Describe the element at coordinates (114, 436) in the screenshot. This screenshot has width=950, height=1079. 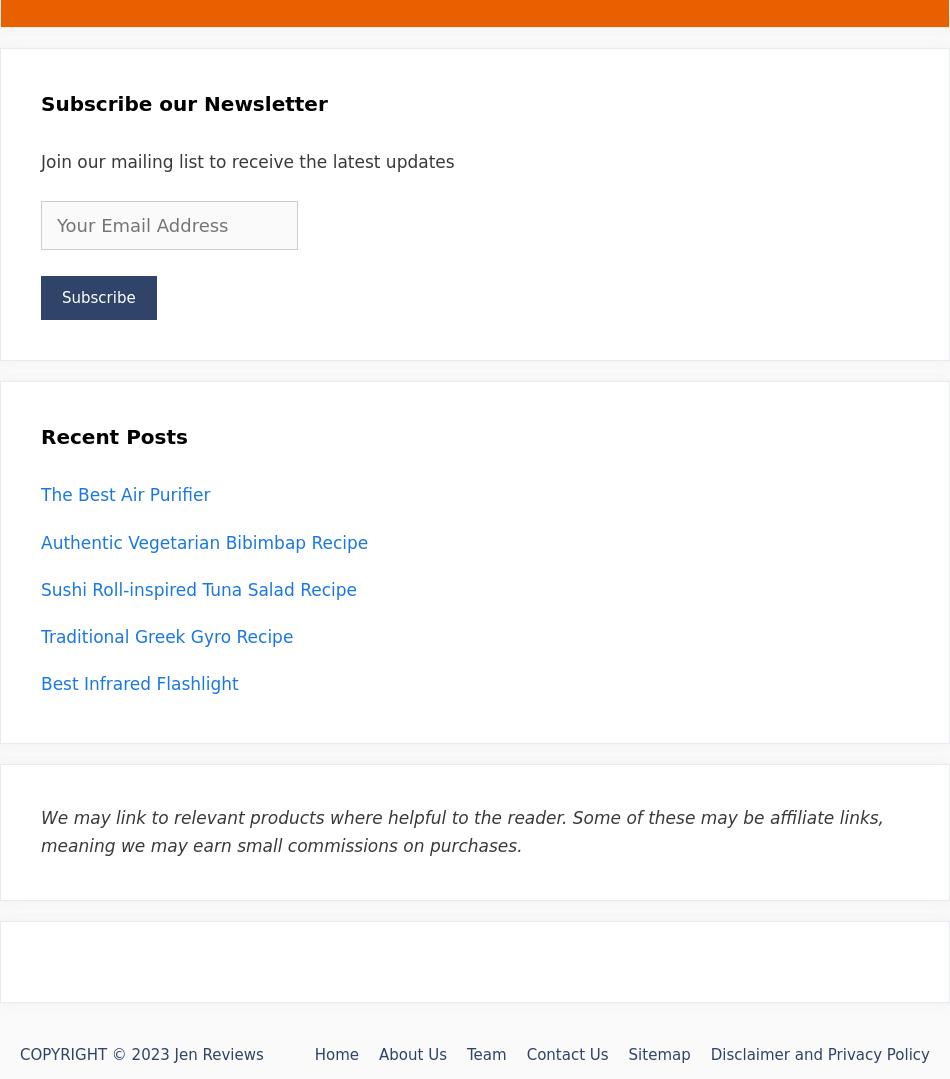
I see `'Recent Posts'` at that location.